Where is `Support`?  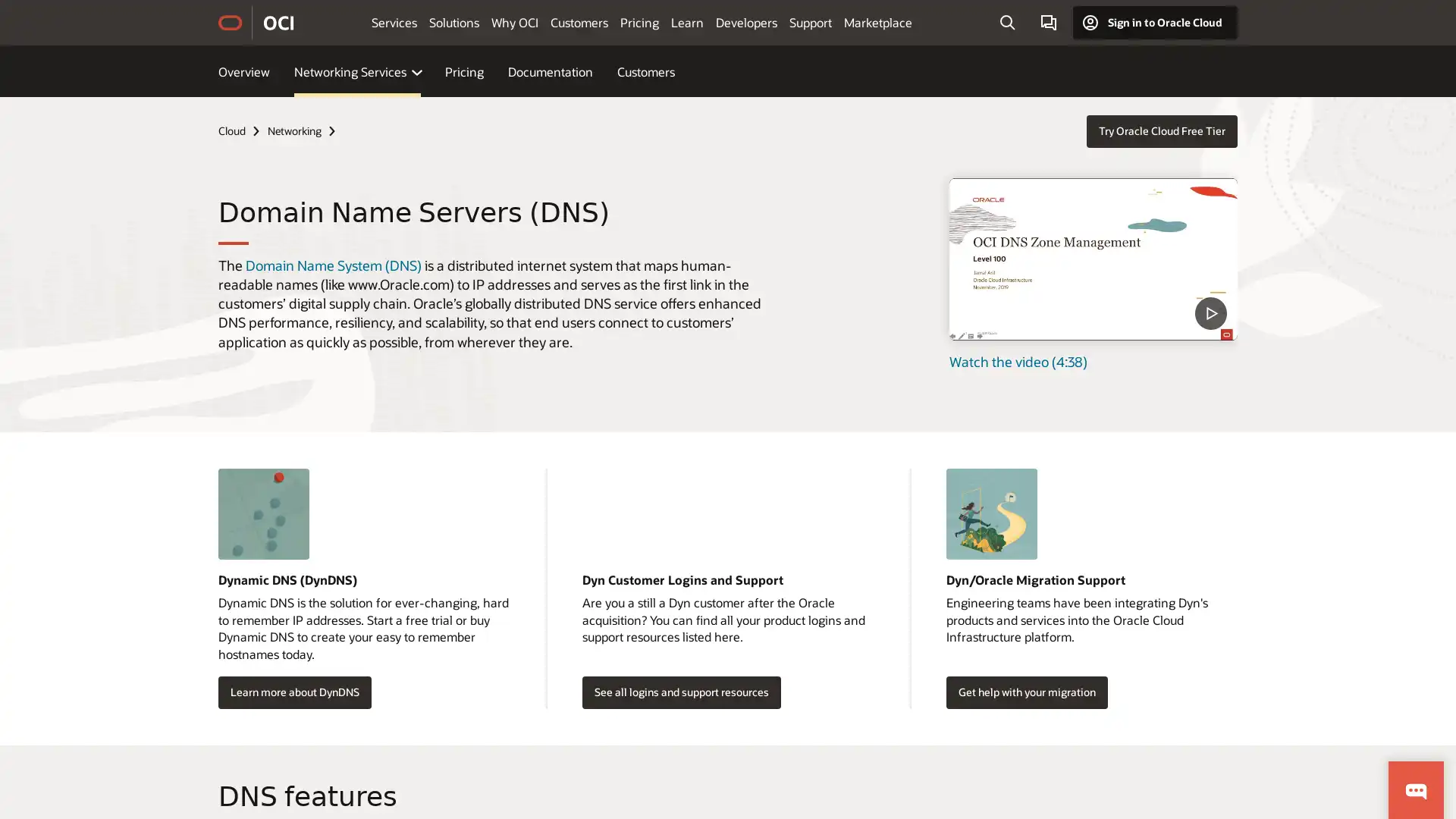 Support is located at coordinates (810, 22).